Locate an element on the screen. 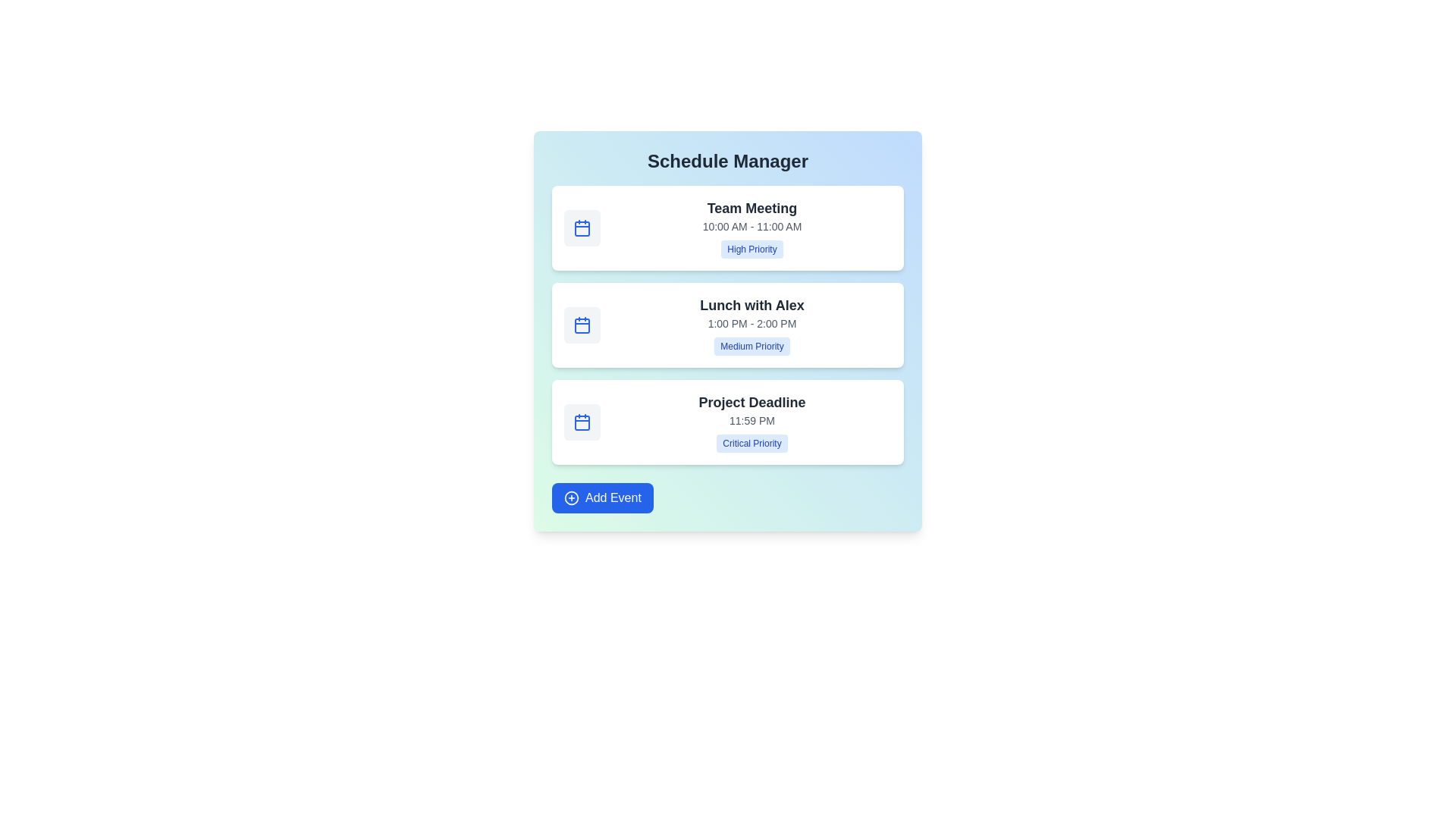  the priority label High Priority to focus on it is located at coordinates (752, 248).